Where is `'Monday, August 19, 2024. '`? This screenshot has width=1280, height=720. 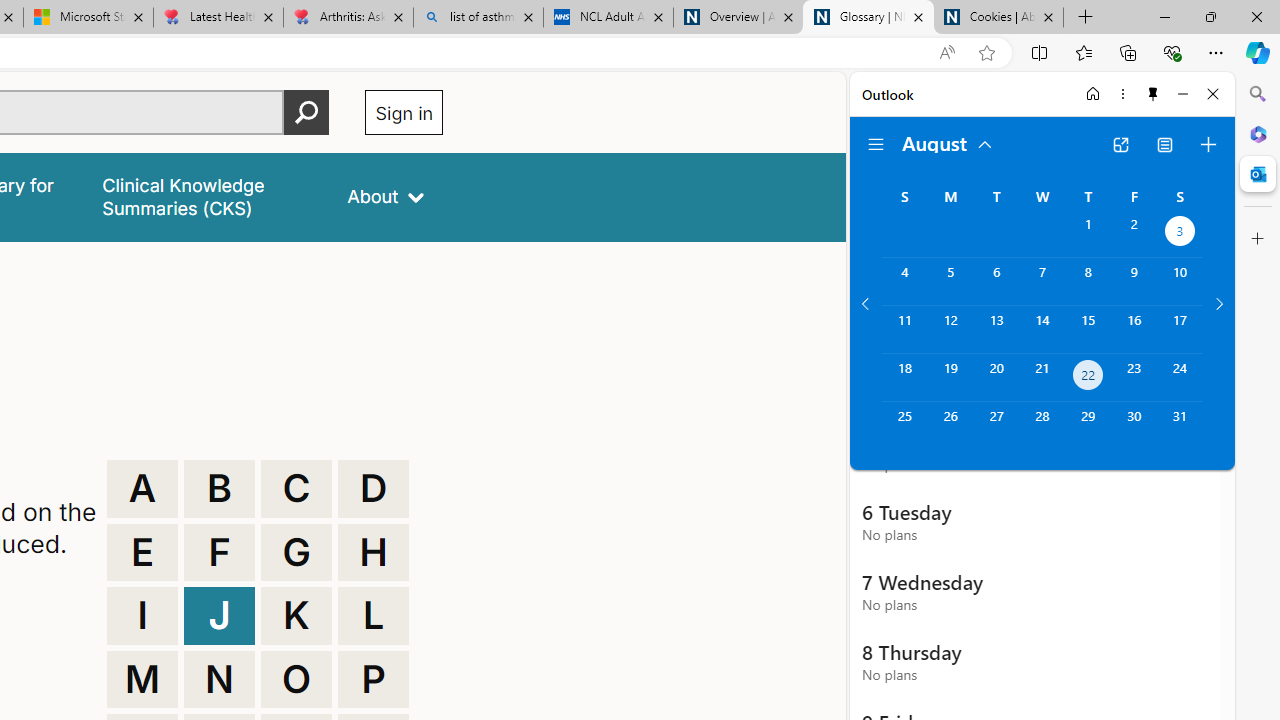 'Monday, August 19, 2024. ' is located at coordinates (949, 377).